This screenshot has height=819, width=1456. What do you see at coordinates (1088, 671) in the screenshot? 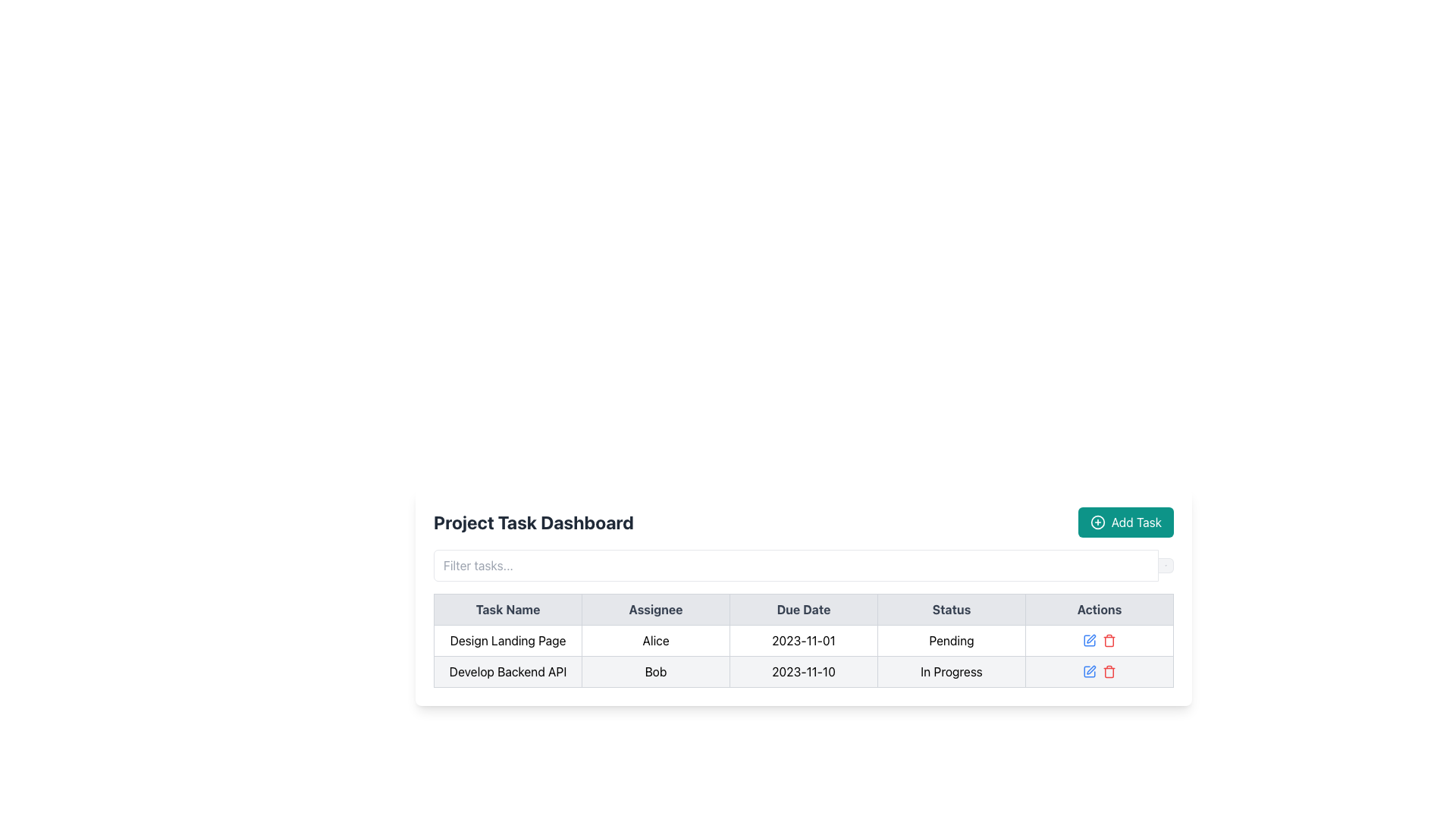
I see `the edit button located in the 'Actions' column of the second row in the table` at bounding box center [1088, 671].